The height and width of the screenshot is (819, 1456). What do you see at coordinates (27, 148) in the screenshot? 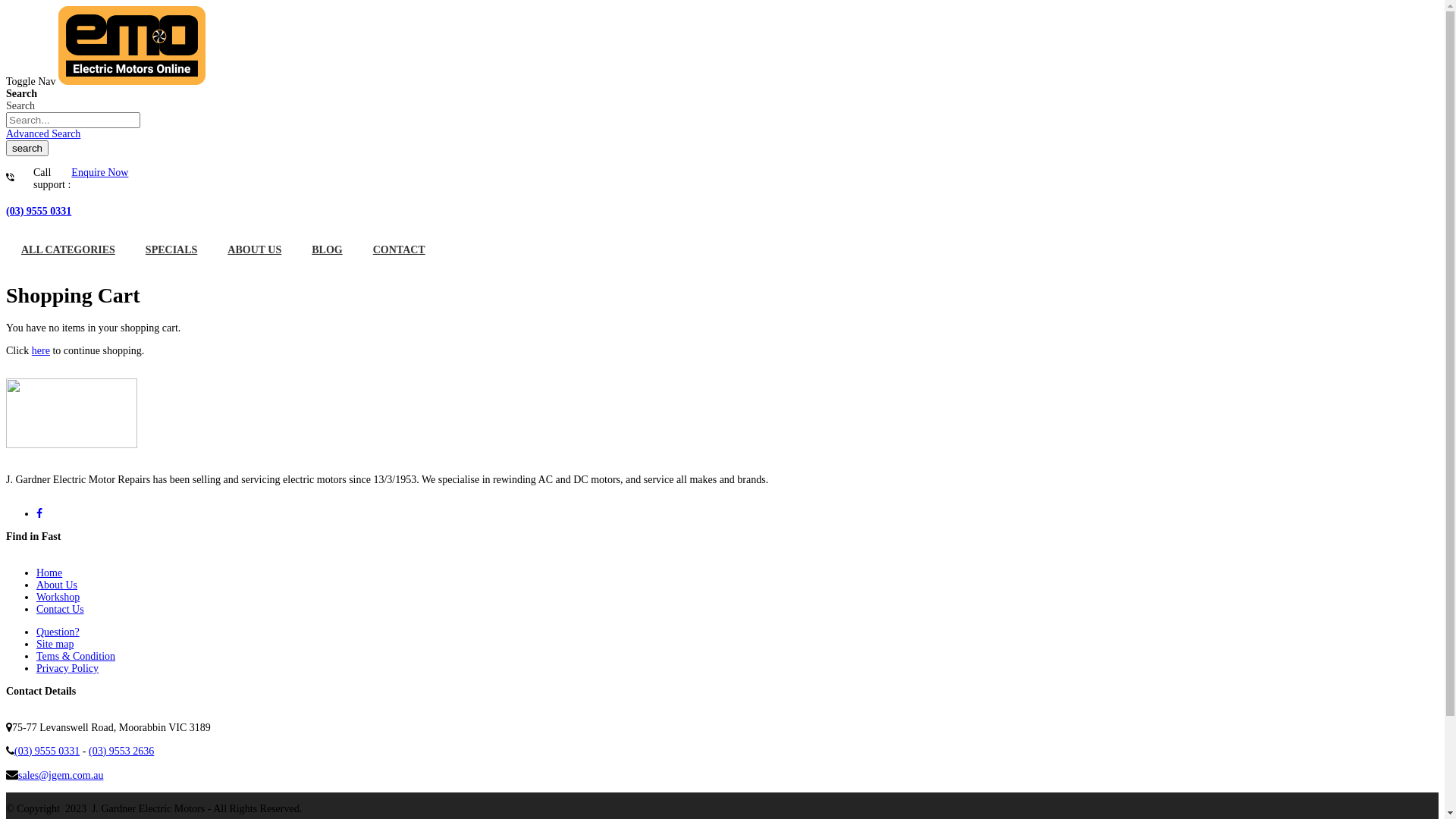
I see `'search'` at bounding box center [27, 148].